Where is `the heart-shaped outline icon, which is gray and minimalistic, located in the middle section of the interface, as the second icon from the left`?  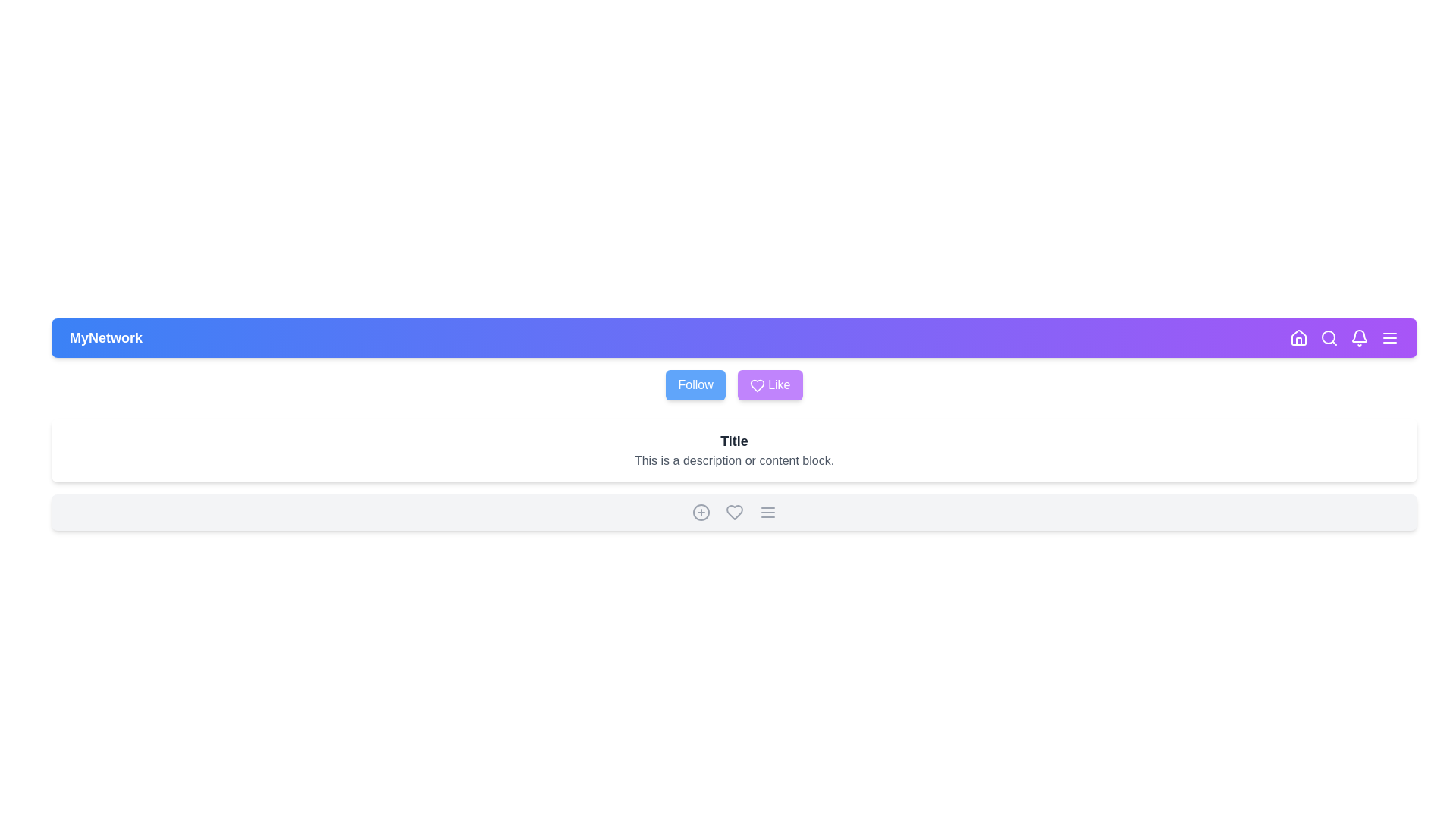 the heart-shaped outline icon, which is gray and minimalistic, located in the middle section of the interface, as the second icon from the left is located at coordinates (734, 512).